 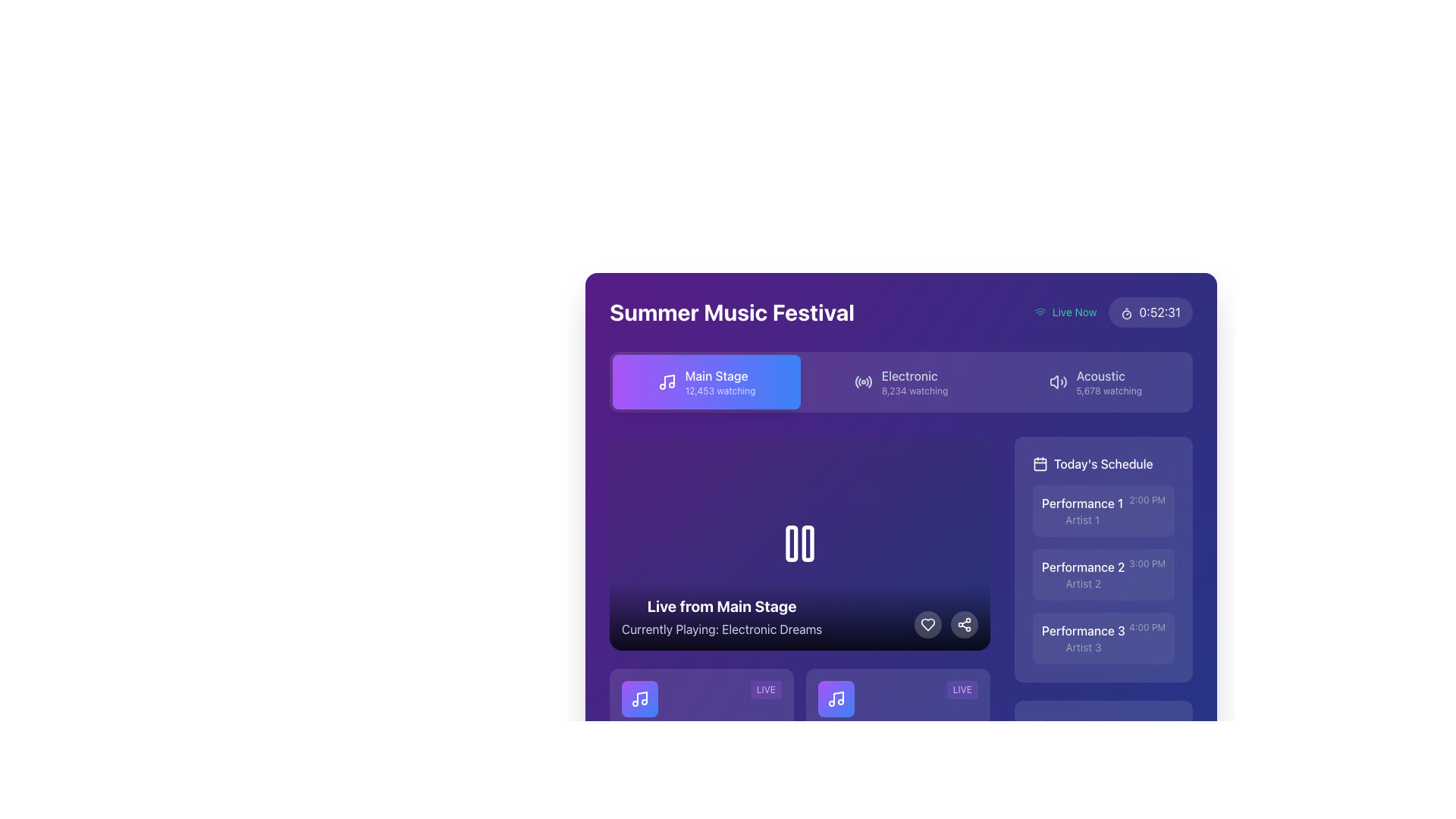 I want to click on the broadcasting signal icon, which features concentric circles and is located to the left of the text 'Electronic 8,234 watching', so click(x=863, y=381).